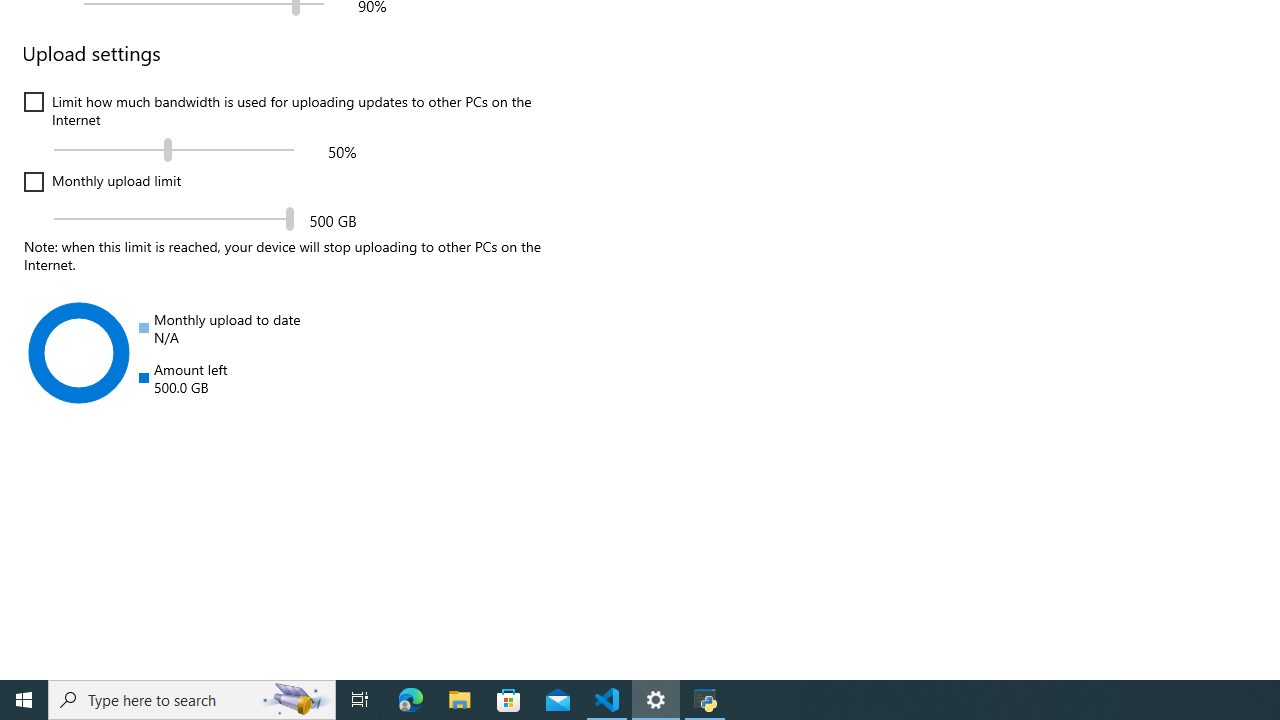 The width and height of the screenshot is (1280, 720). Describe the element at coordinates (509, 698) in the screenshot. I see `'Microsoft Store'` at that location.